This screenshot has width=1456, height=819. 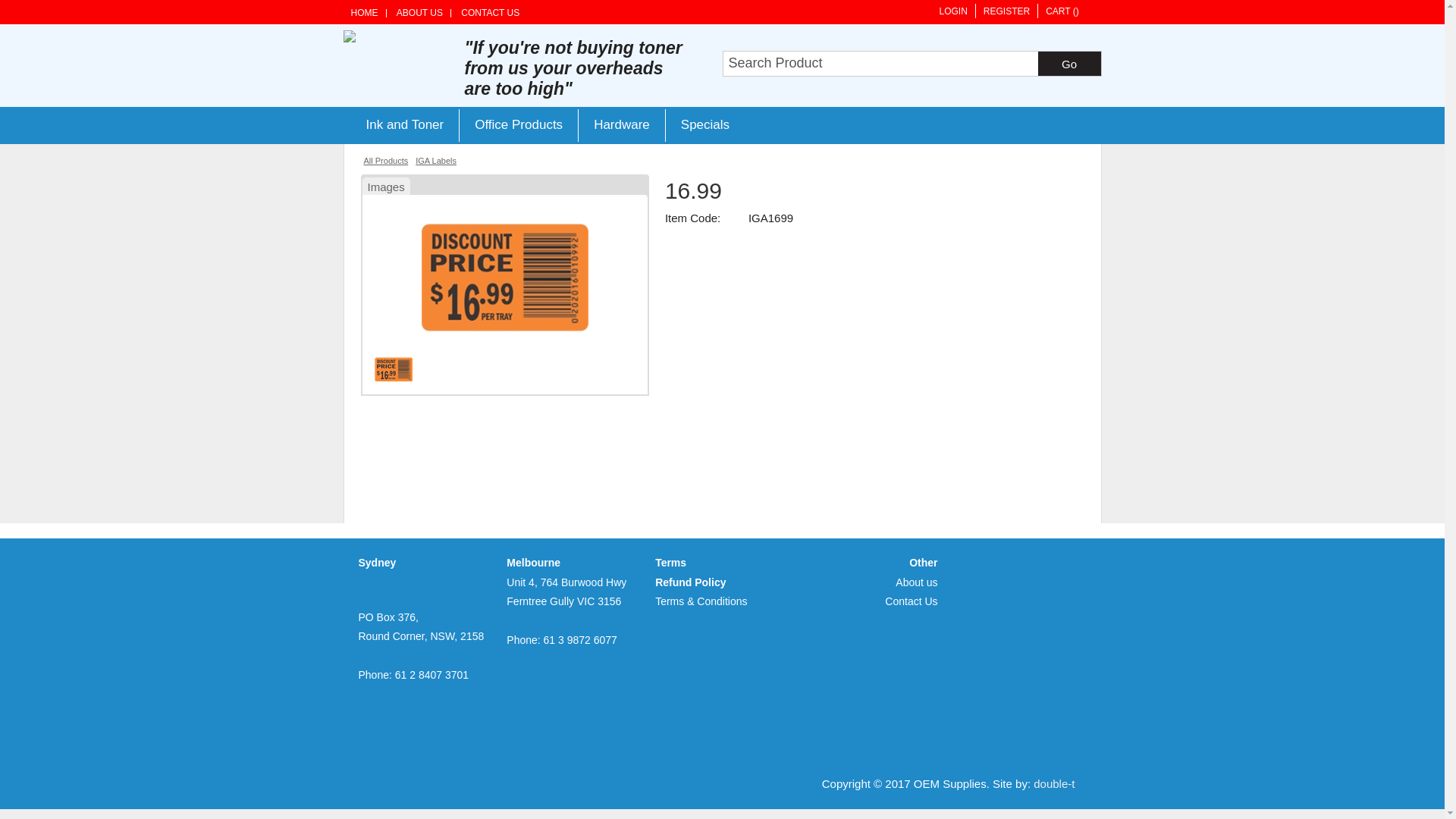 I want to click on 'IGA Labels', so click(x=435, y=161).